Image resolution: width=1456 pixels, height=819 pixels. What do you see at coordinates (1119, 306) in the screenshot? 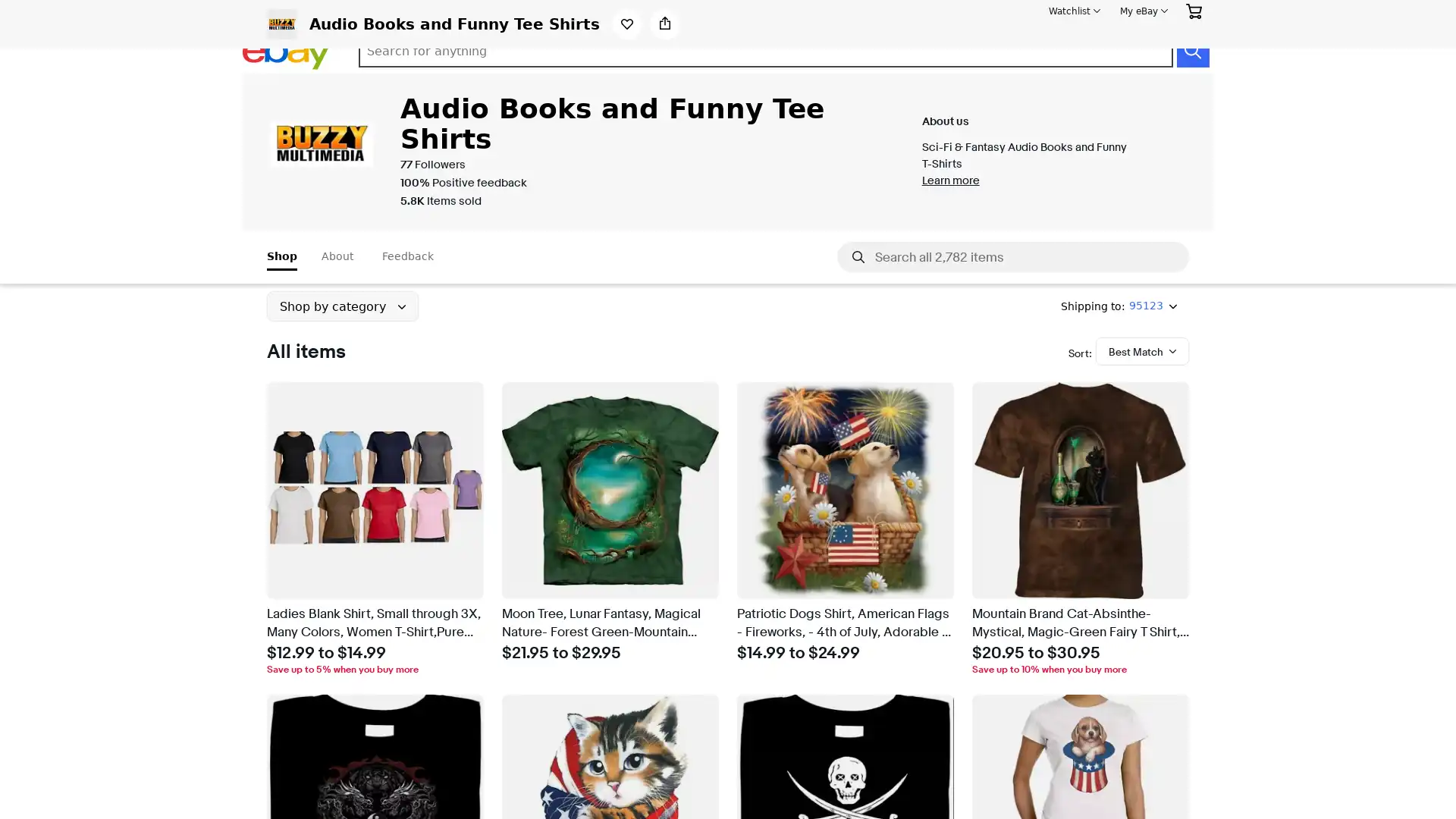
I see `Shipping to:95123` at bounding box center [1119, 306].